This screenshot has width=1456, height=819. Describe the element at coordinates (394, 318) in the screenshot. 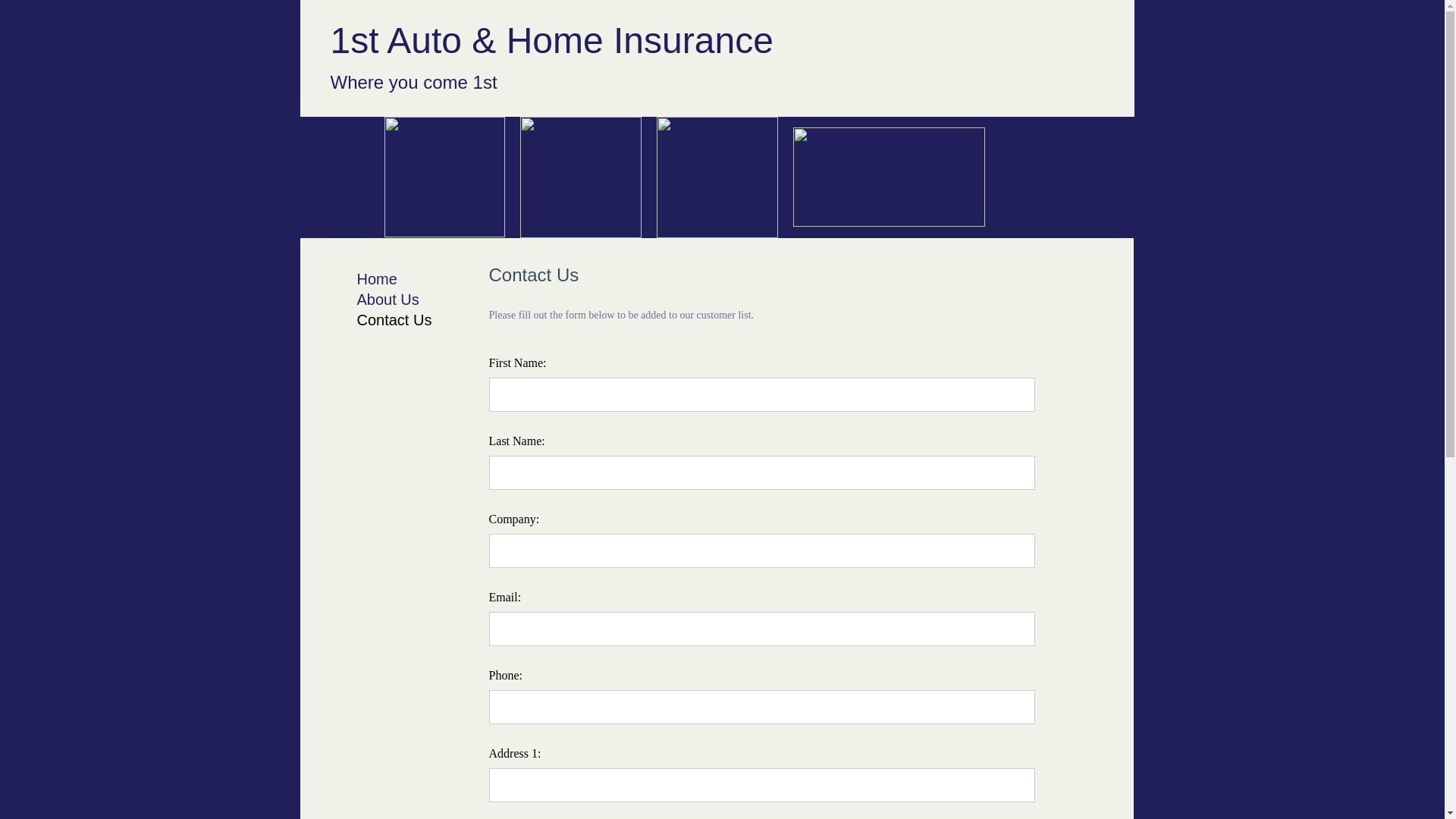

I see `'Contact Us'` at that location.